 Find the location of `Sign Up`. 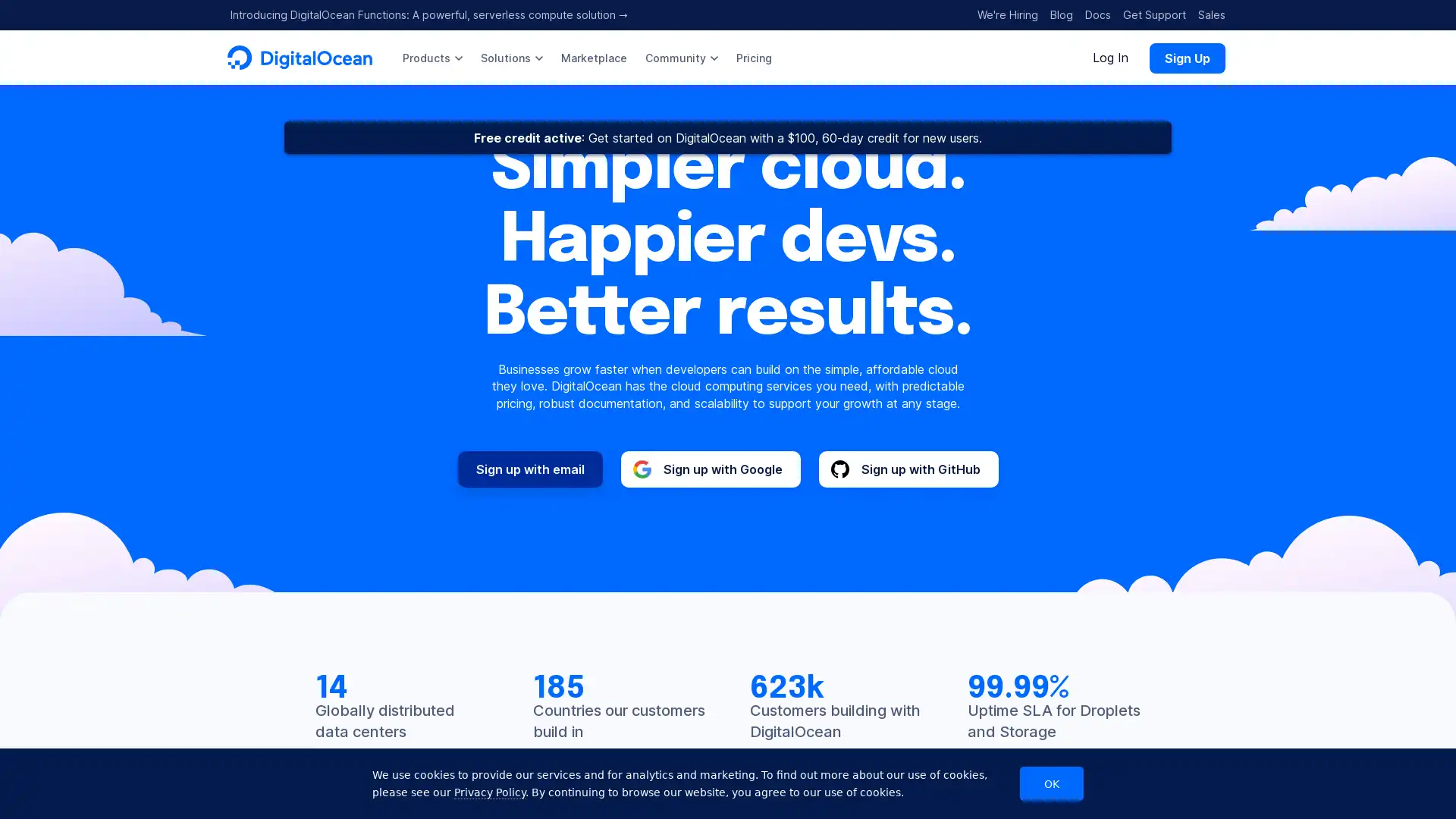

Sign Up is located at coordinates (1186, 57).